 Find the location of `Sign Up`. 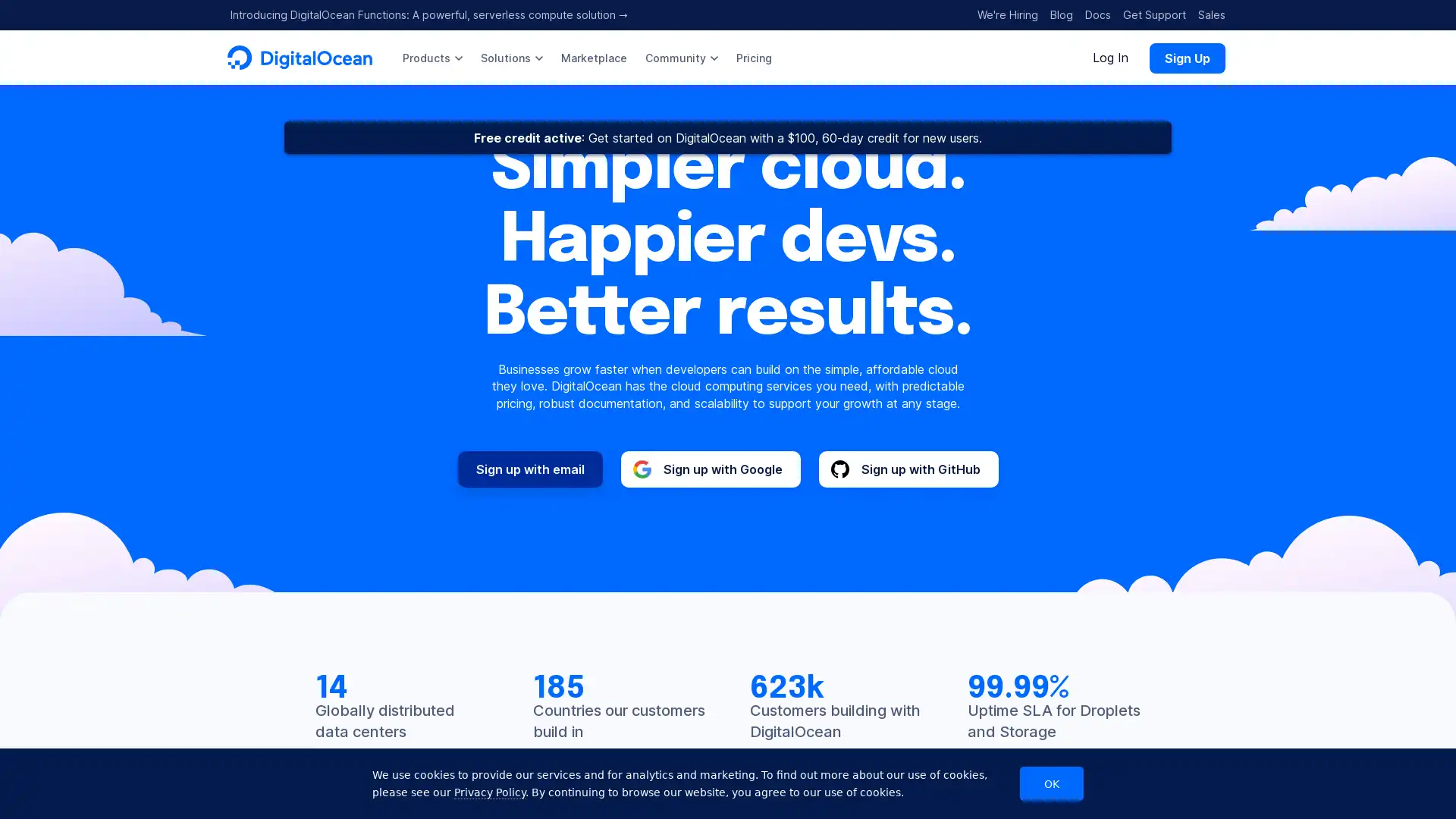

Sign Up is located at coordinates (1186, 57).